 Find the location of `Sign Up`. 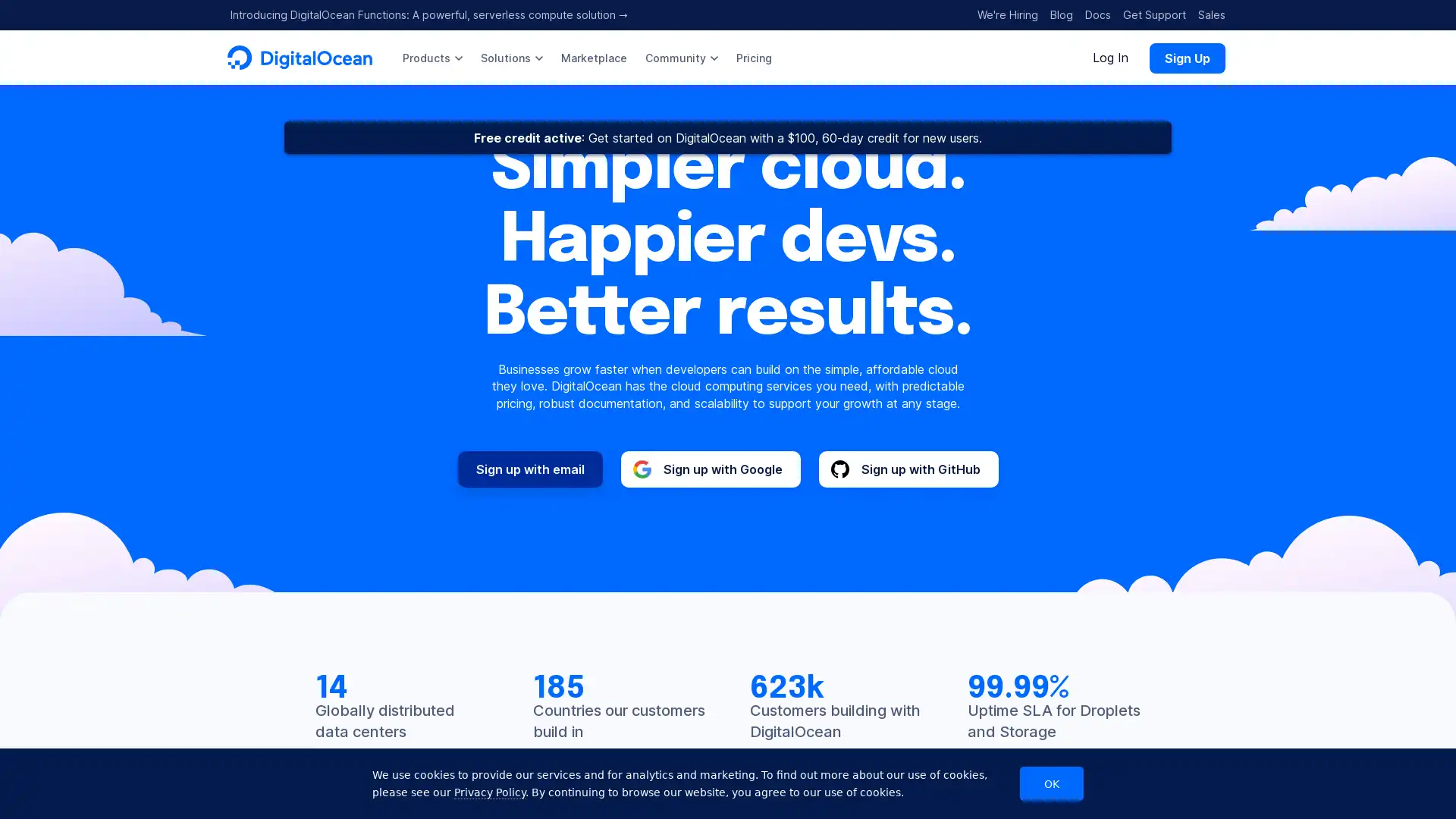

Sign Up is located at coordinates (1186, 57).